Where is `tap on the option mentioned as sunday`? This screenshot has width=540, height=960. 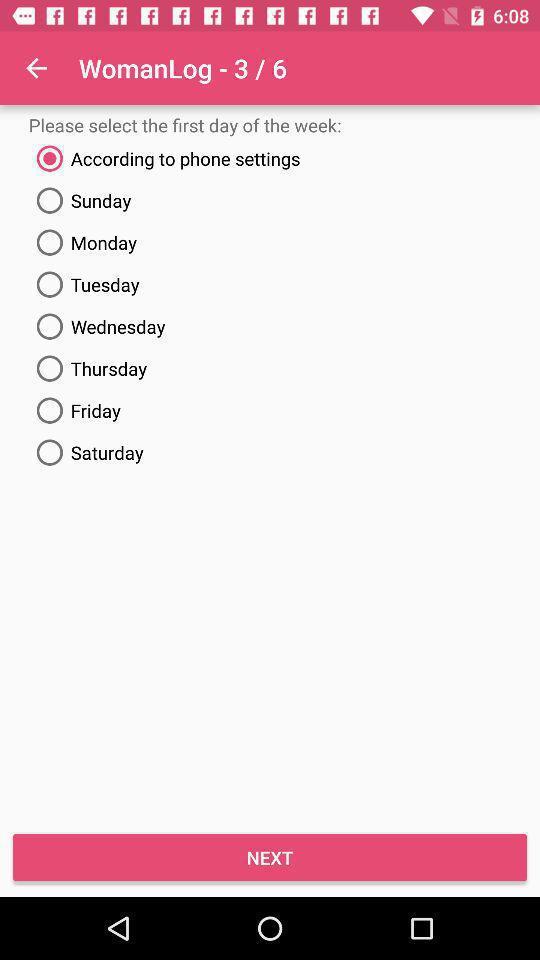
tap on the option mentioned as sunday is located at coordinates (270, 201).